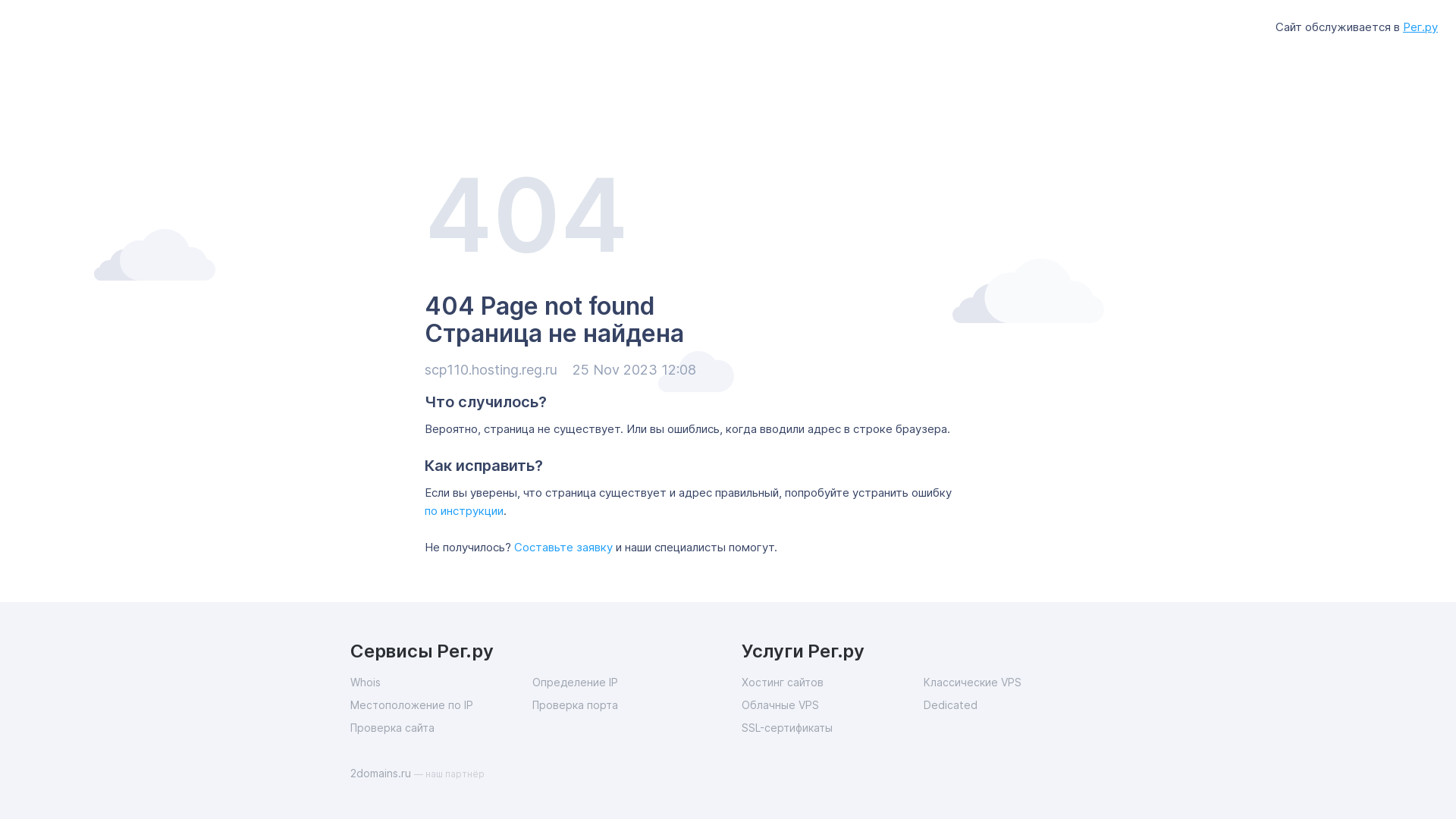 The image size is (1456, 819). What do you see at coordinates (1015, 704) in the screenshot?
I see `'Dedicated'` at bounding box center [1015, 704].